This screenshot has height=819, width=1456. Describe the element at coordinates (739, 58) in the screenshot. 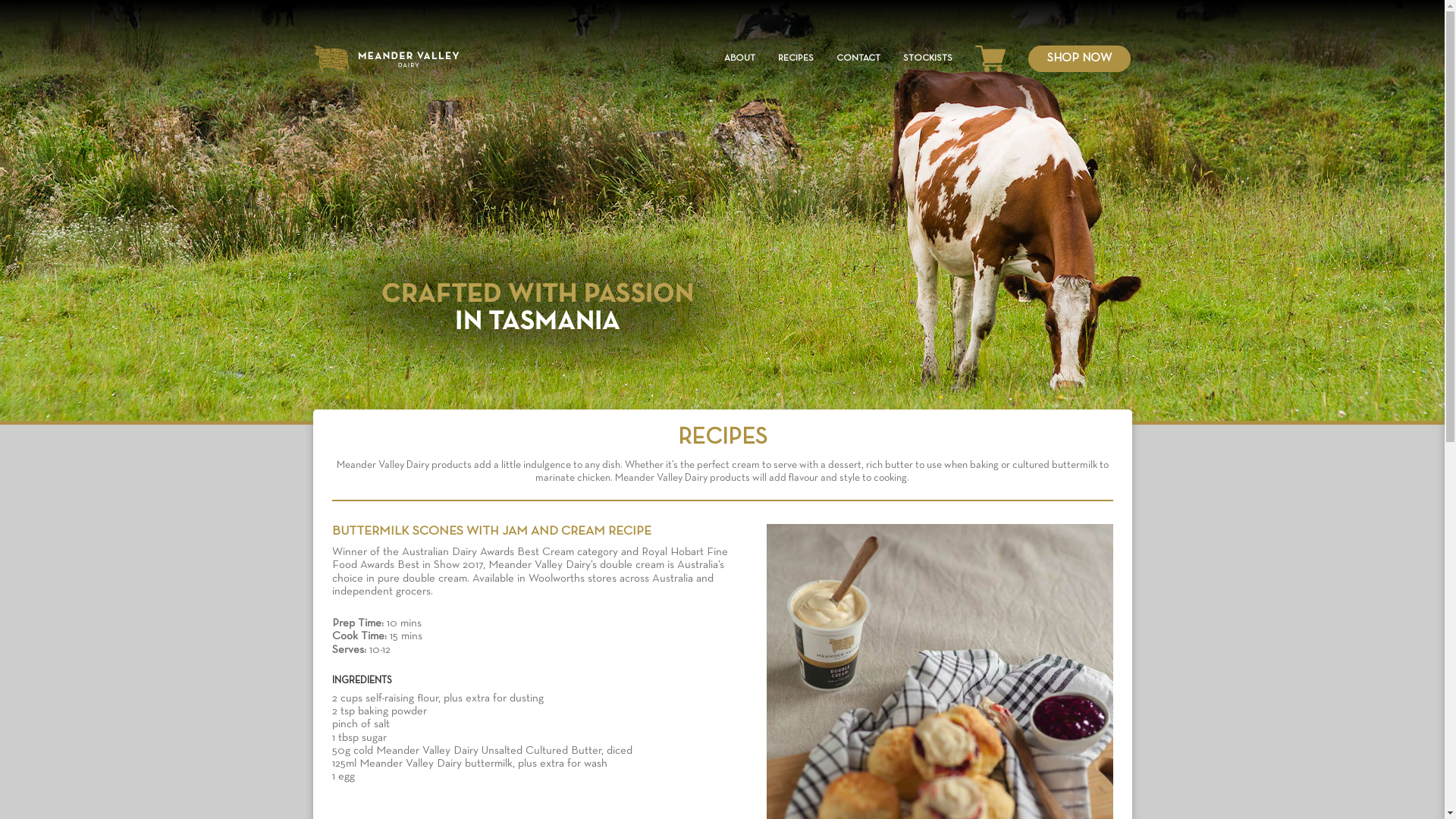

I see `'ABOUT'` at that location.